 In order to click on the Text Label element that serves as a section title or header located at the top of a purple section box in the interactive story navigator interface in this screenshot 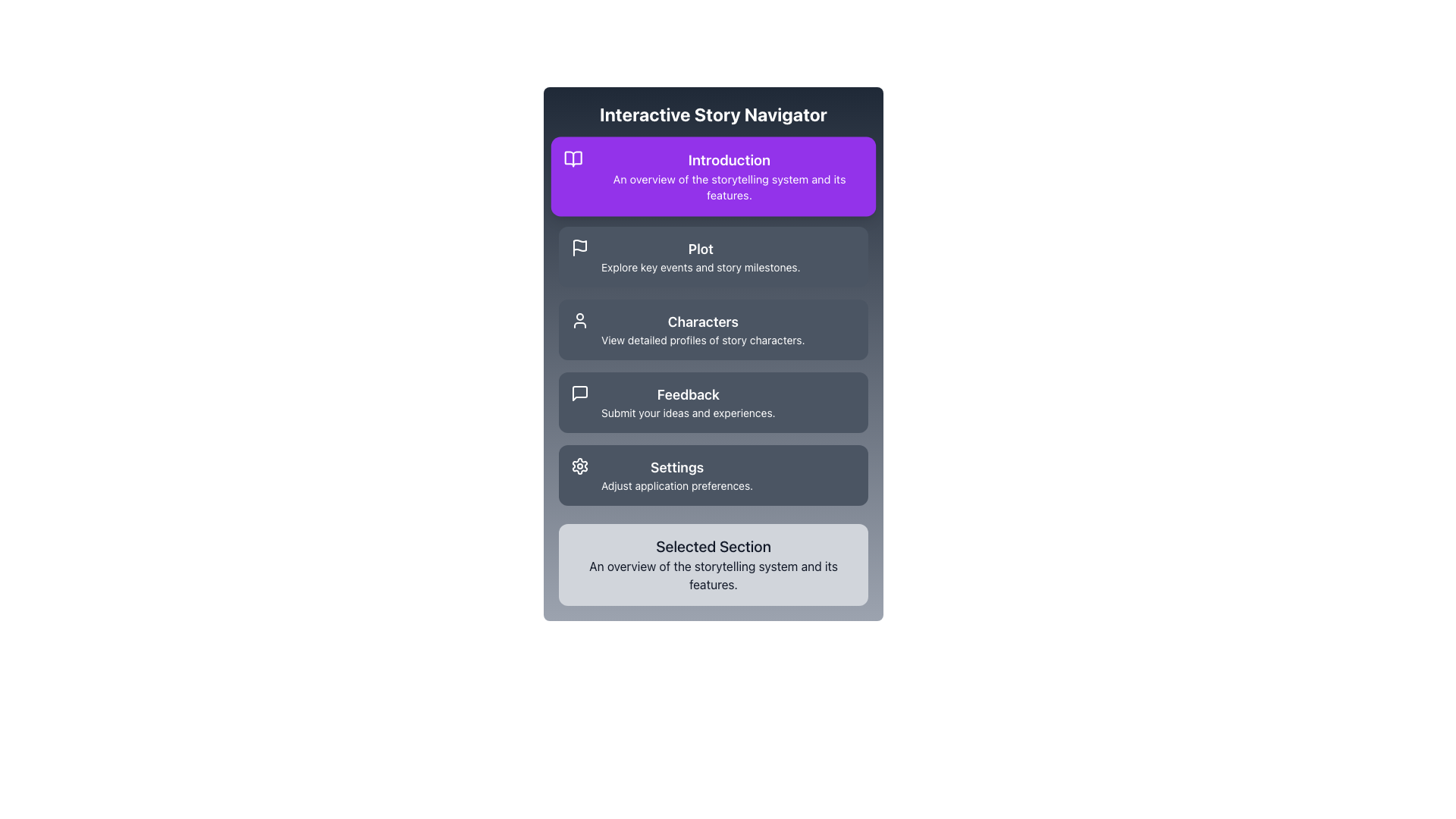, I will do `click(729, 161)`.